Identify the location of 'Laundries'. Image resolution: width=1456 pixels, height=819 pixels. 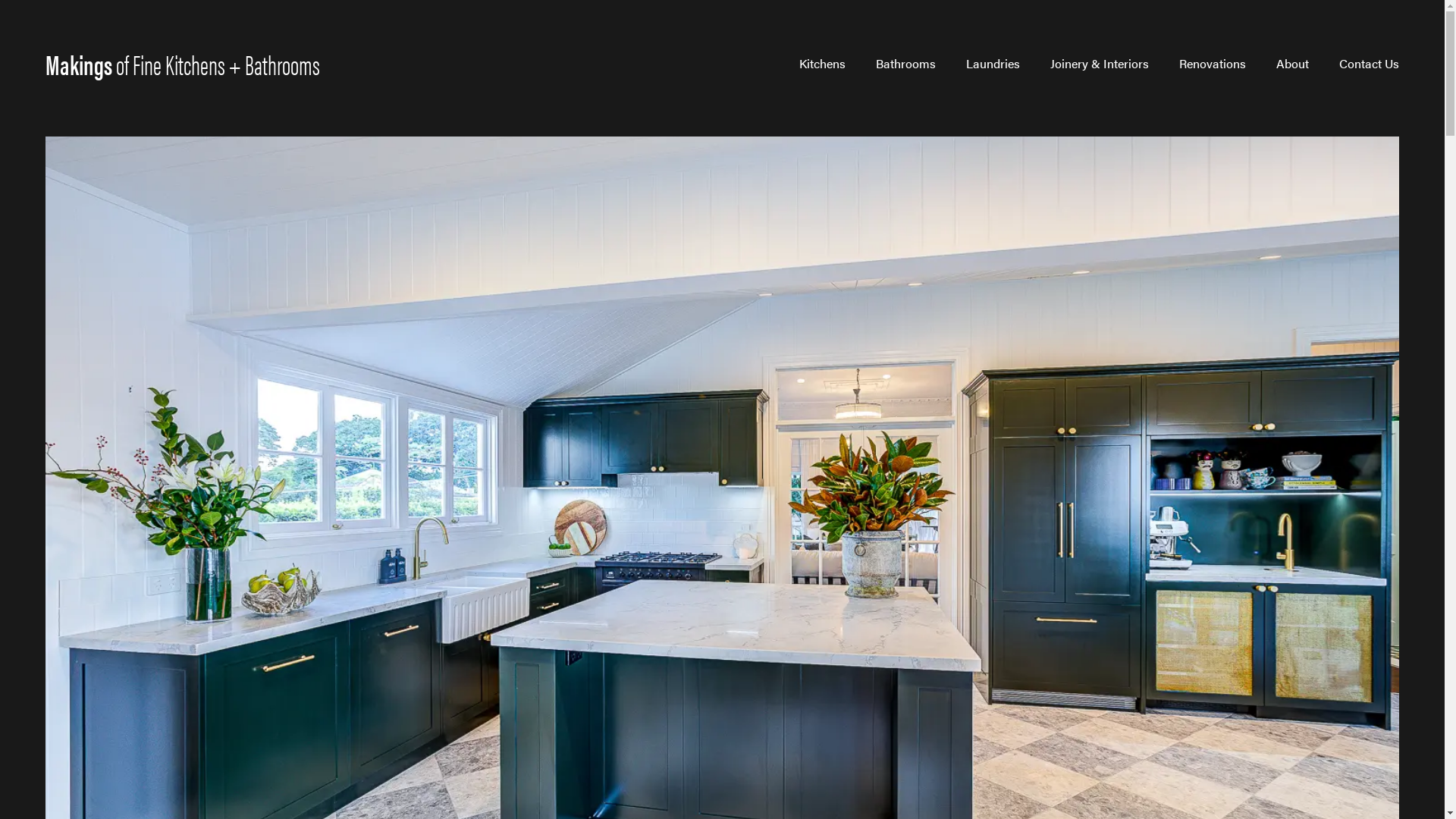
(993, 63).